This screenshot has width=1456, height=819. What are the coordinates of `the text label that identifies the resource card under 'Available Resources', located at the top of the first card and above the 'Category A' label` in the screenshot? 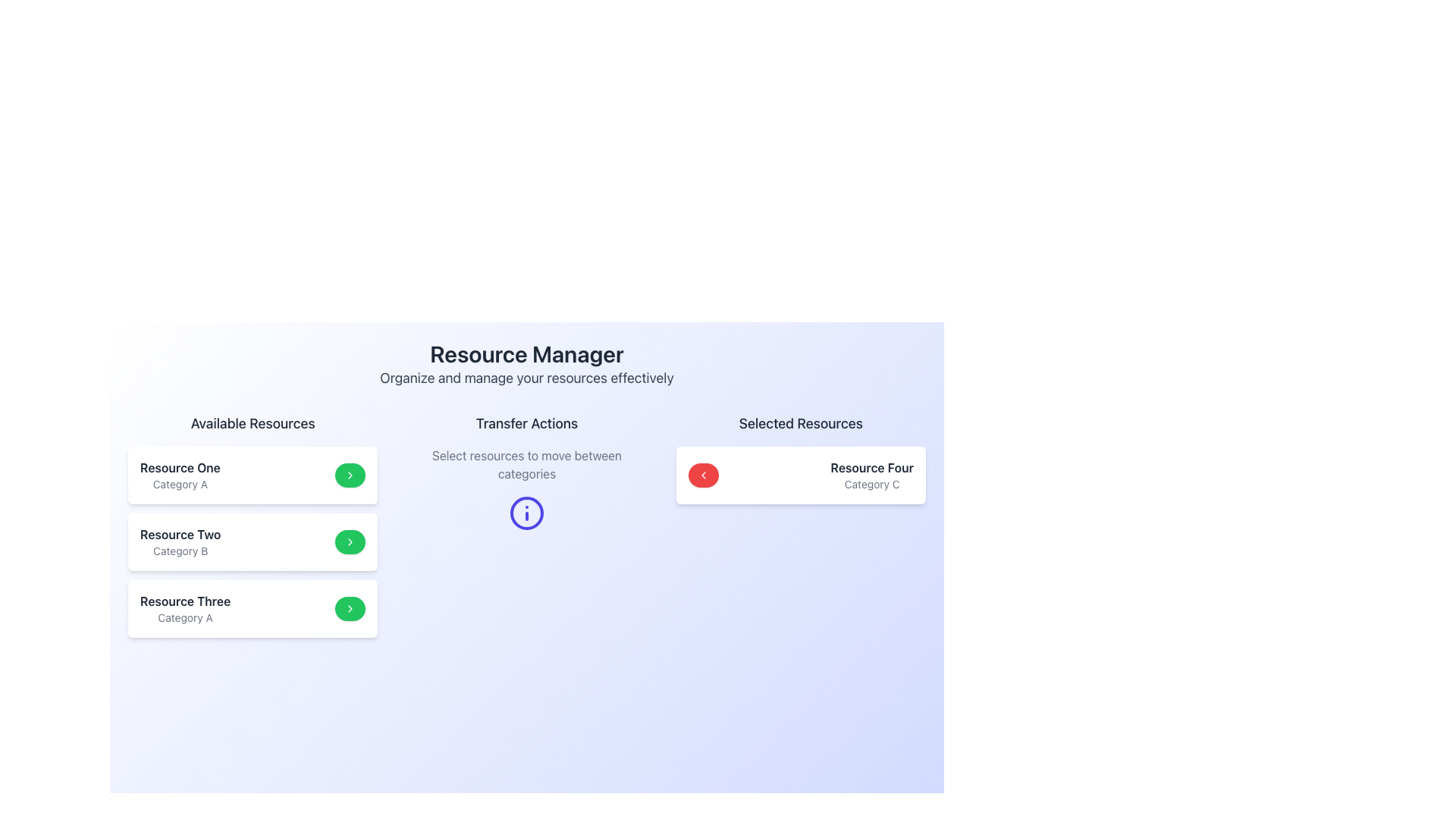 It's located at (180, 467).